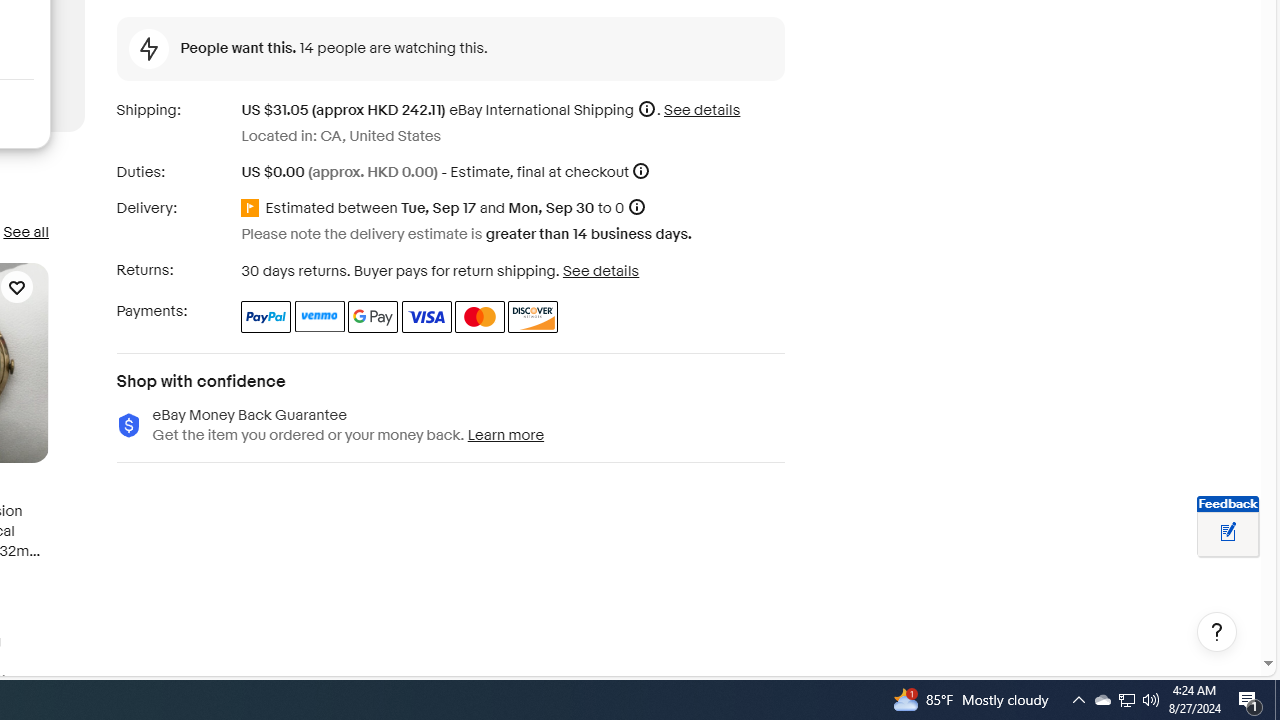 The image size is (1280, 720). I want to click on 'Visa', so click(425, 315).